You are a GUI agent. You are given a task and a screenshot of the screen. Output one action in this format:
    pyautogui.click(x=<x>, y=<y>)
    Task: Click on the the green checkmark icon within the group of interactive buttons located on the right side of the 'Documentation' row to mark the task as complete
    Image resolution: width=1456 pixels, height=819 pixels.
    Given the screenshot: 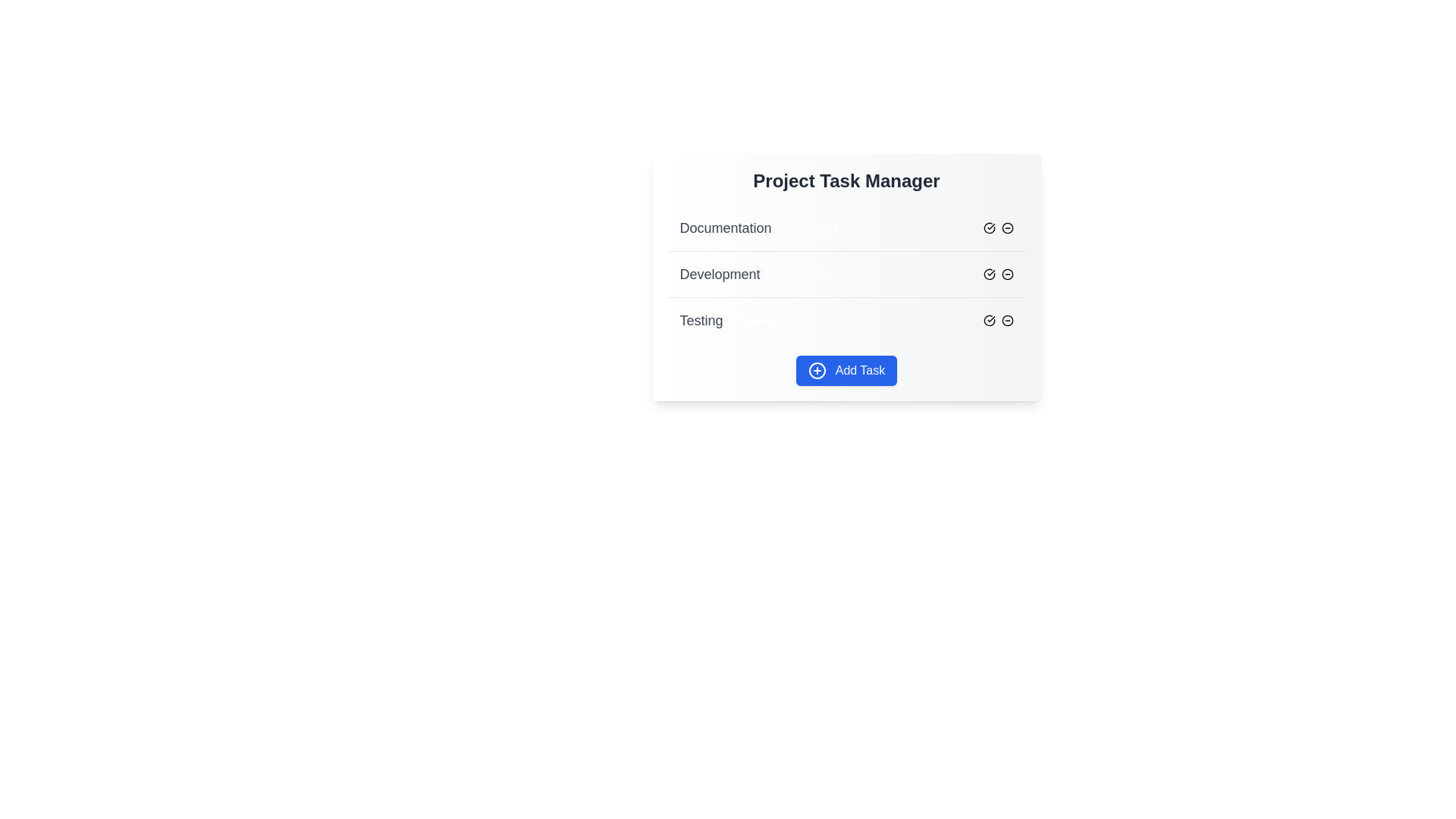 What is the action you would take?
    pyautogui.click(x=998, y=227)
    